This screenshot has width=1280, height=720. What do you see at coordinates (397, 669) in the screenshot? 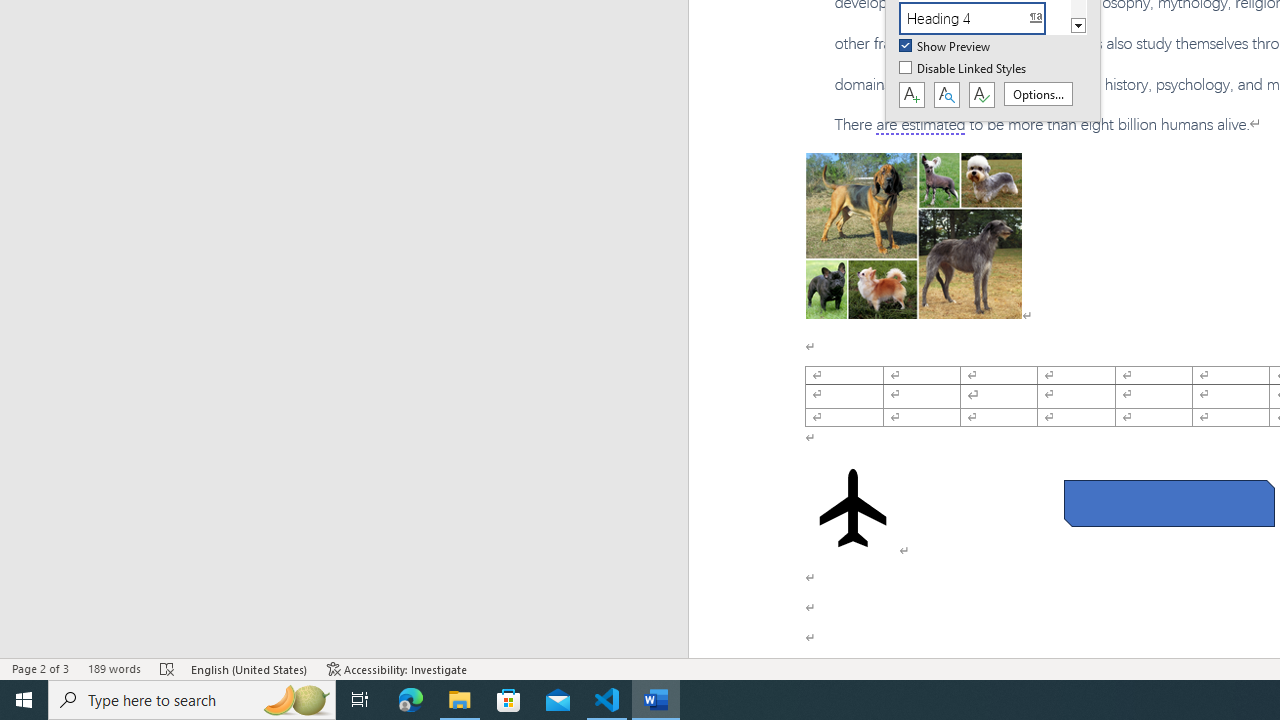
I see `'Accessibility Checker Accessibility: Investigate'` at bounding box center [397, 669].